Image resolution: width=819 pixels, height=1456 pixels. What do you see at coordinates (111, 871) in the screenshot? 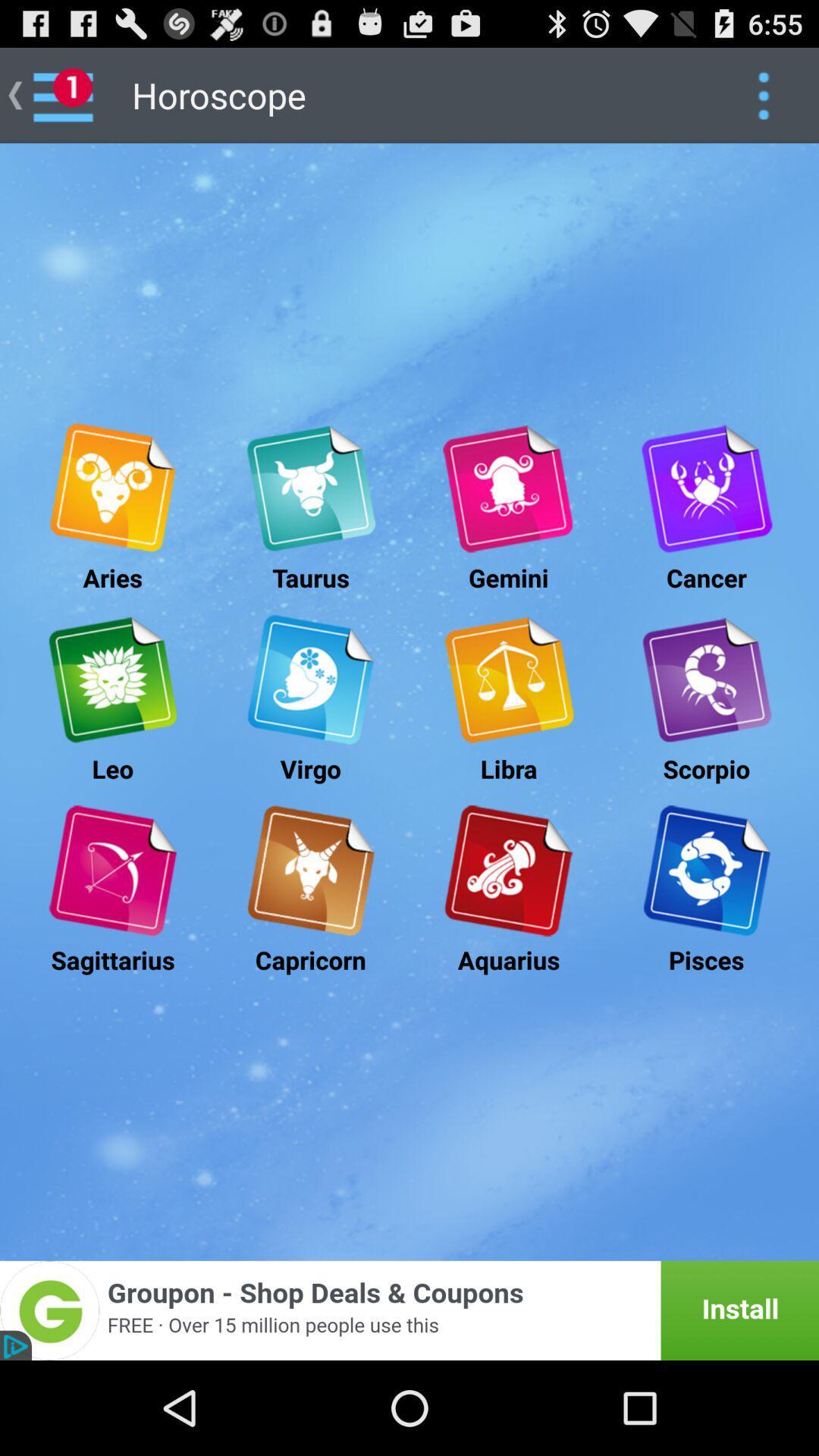
I see `pick sagittarius` at bounding box center [111, 871].